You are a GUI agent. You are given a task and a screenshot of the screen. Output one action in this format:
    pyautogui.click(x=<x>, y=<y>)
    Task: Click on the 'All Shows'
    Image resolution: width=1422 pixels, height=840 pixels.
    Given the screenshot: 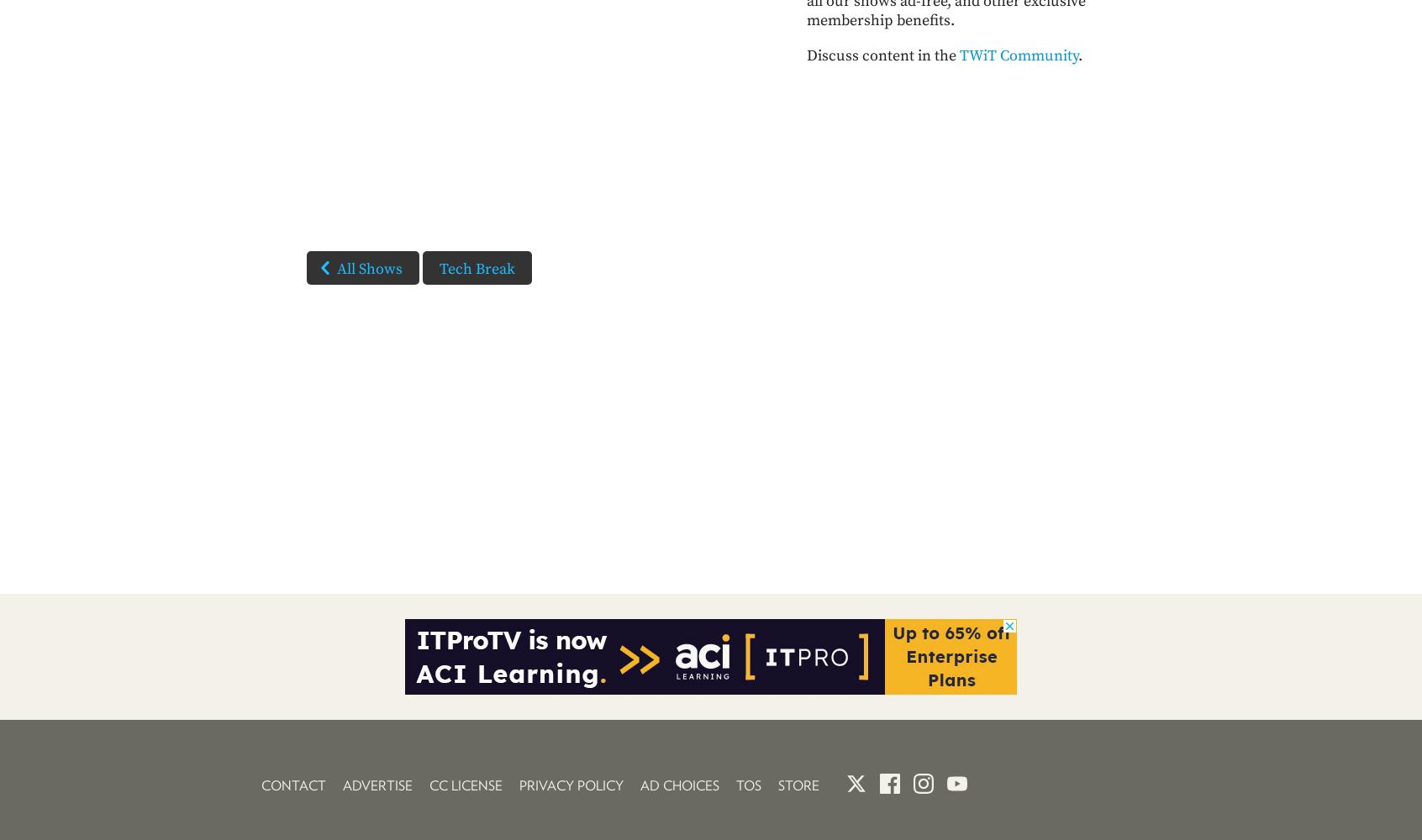 What is the action you would take?
    pyautogui.click(x=368, y=268)
    